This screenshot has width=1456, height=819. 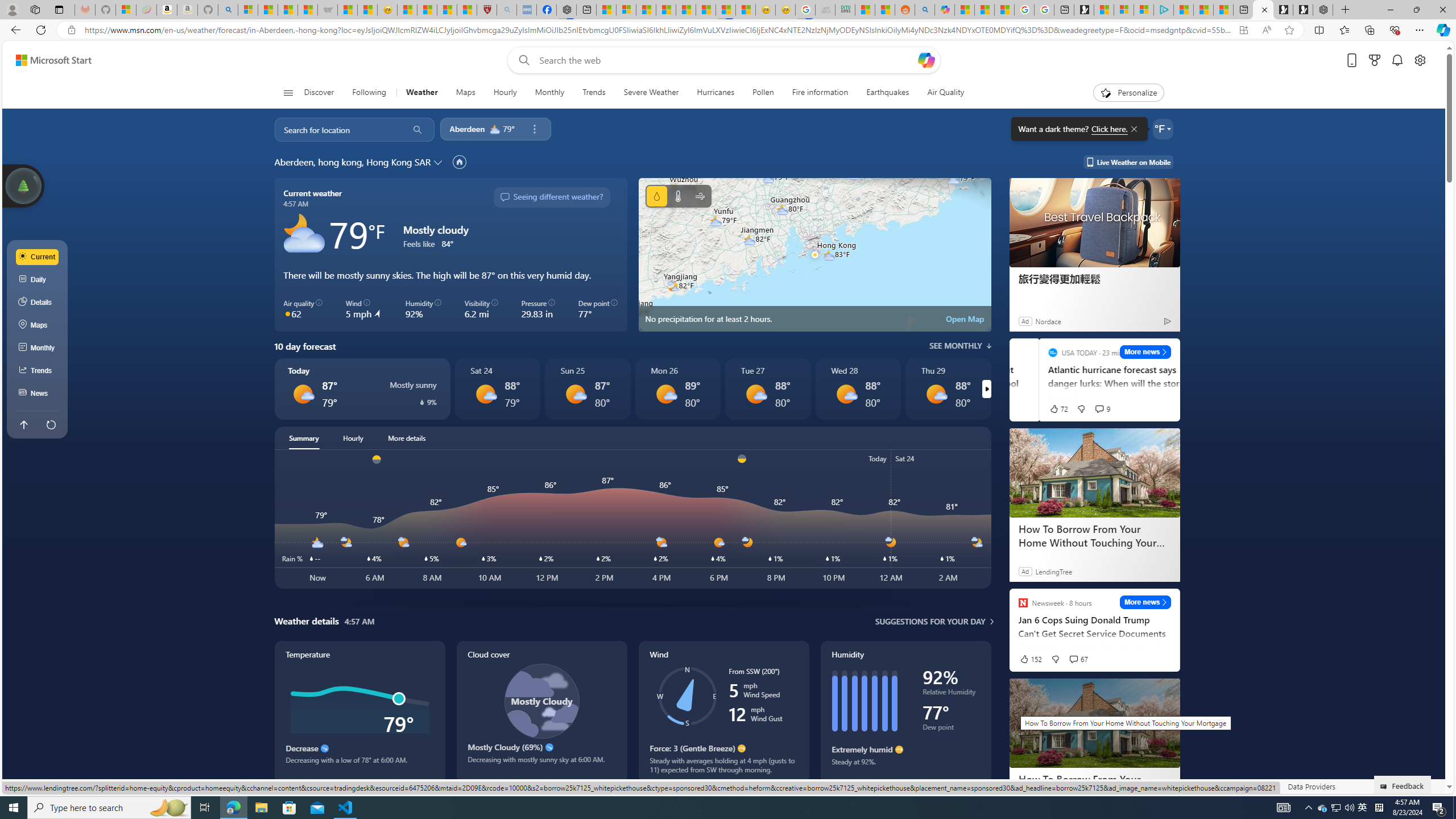 What do you see at coordinates (287, 92) in the screenshot?
I see `'Class: button-glyph'` at bounding box center [287, 92].